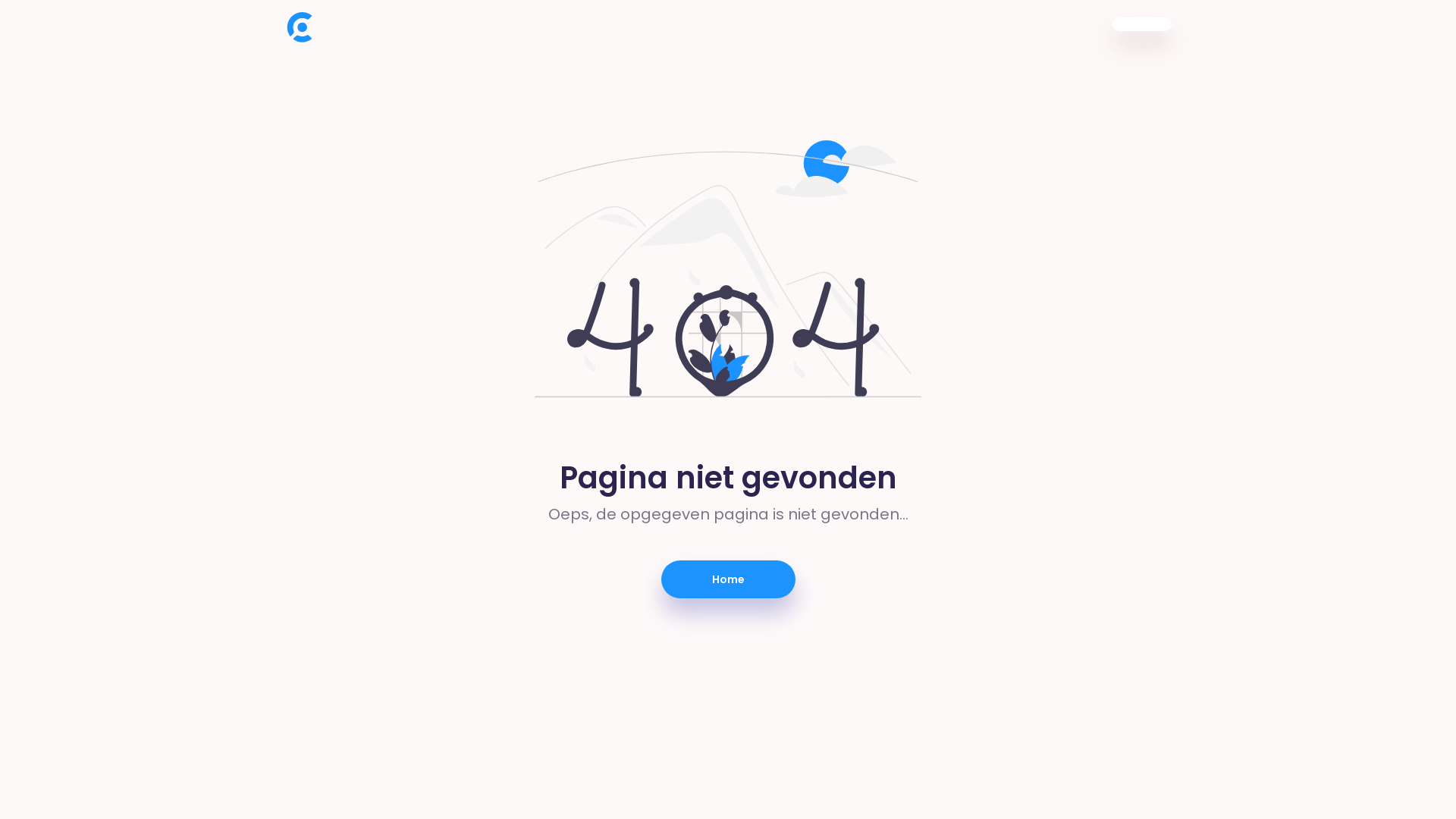  Describe the element at coordinates (728, 579) in the screenshot. I see `'Home'` at that location.